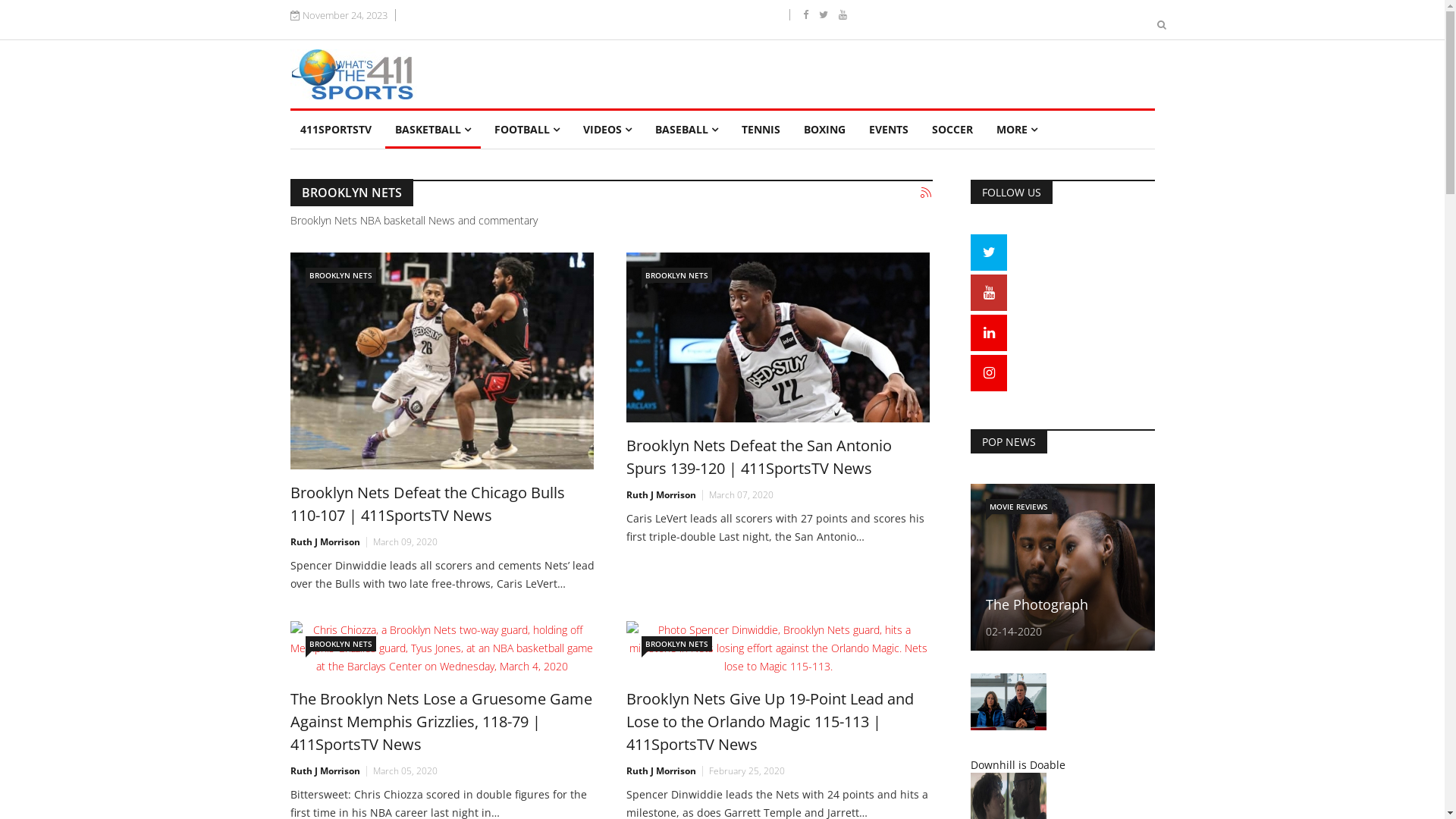 The image size is (1456, 819). What do you see at coordinates (323, 541) in the screenshot?
I see `'Ruth J Morrison'` at bounding box center [323, 541].